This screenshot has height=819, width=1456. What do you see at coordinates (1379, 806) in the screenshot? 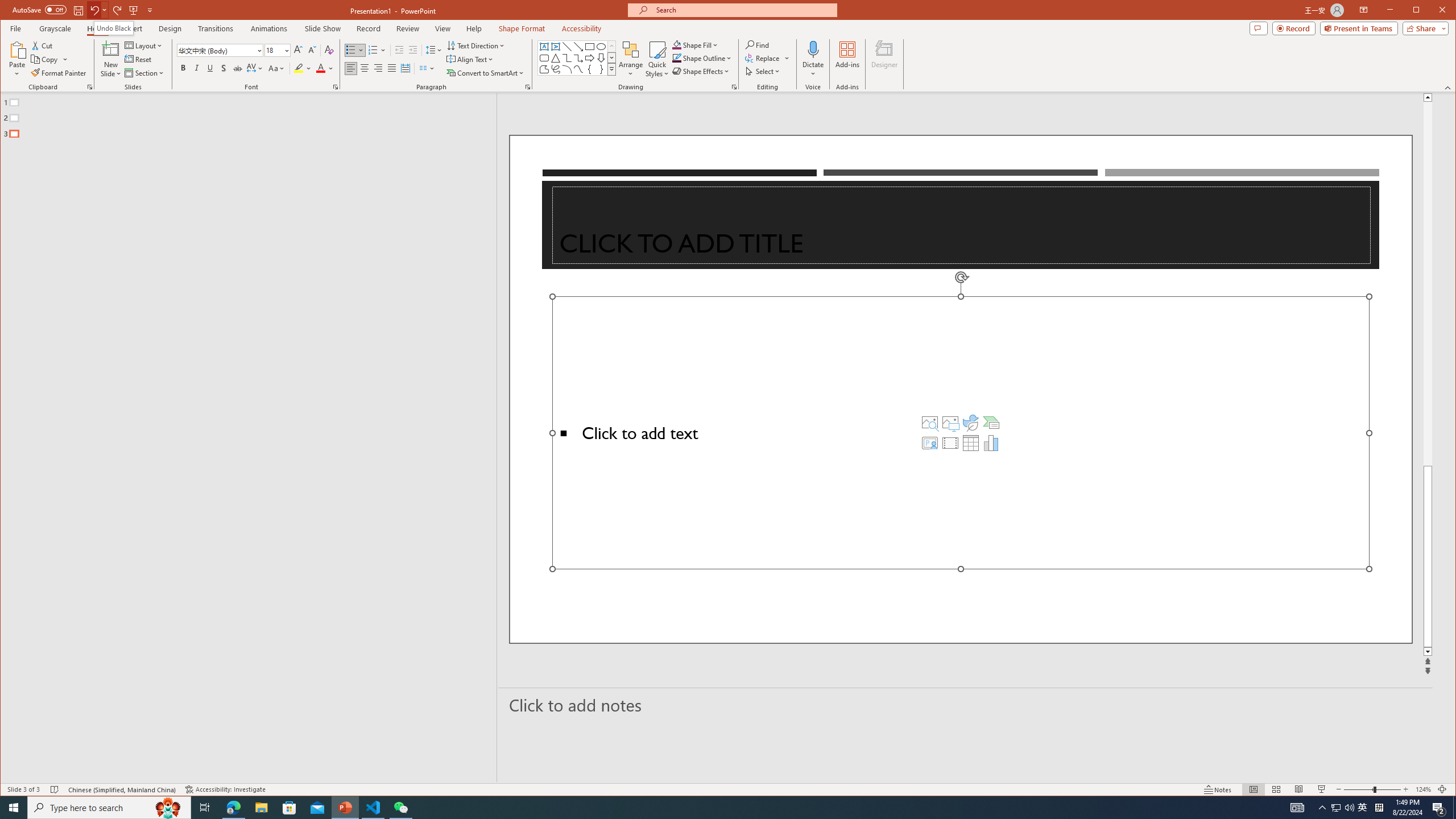
I see `'Tray Input Indicator - Chinese (Simplified, China)'` at bounding box center [1379, 806].